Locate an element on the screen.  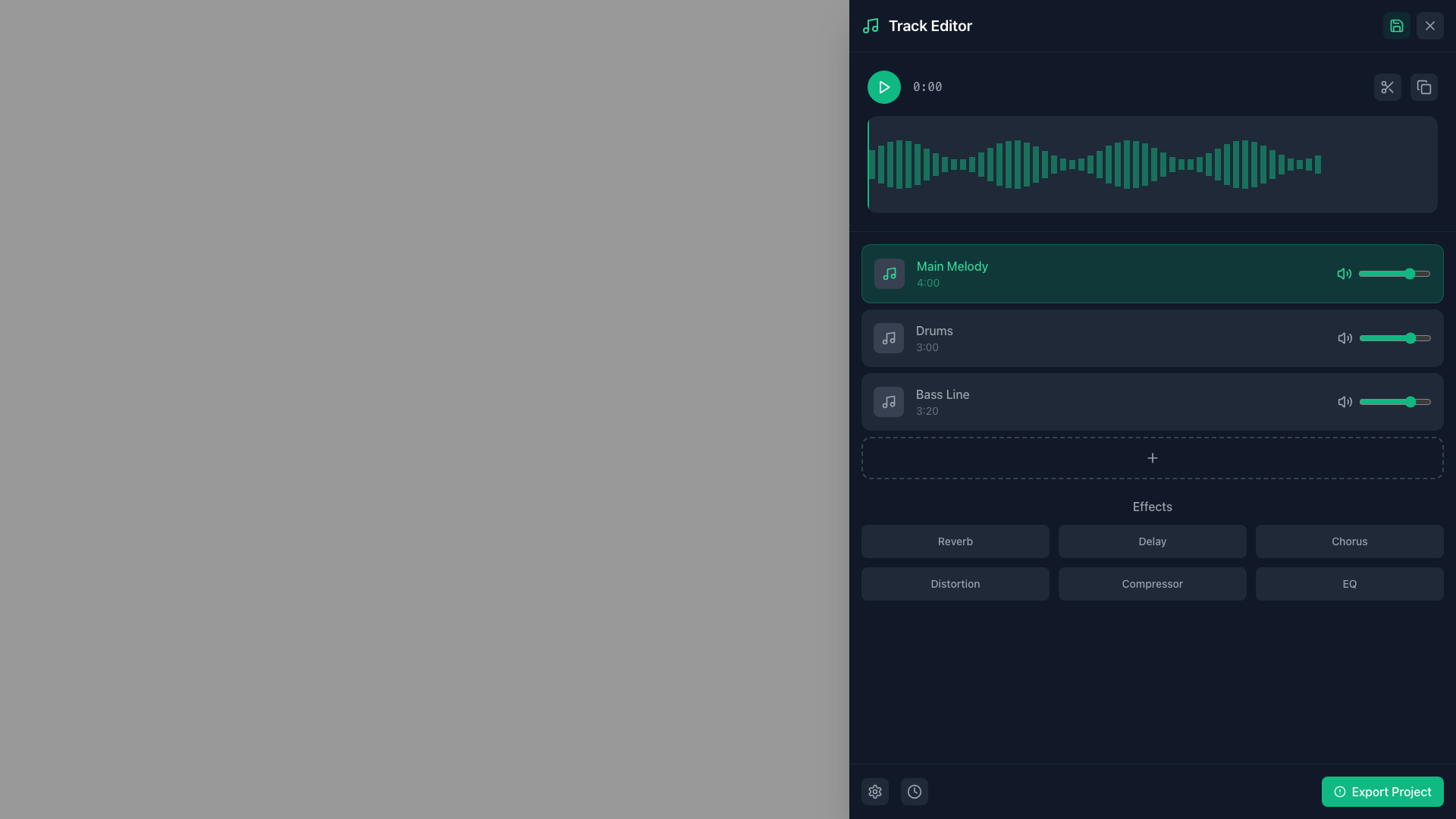
the music note icon located in the Drums section of the Track Editor to guide interactions for its associated Drums section is located at coordinates (888, 337).